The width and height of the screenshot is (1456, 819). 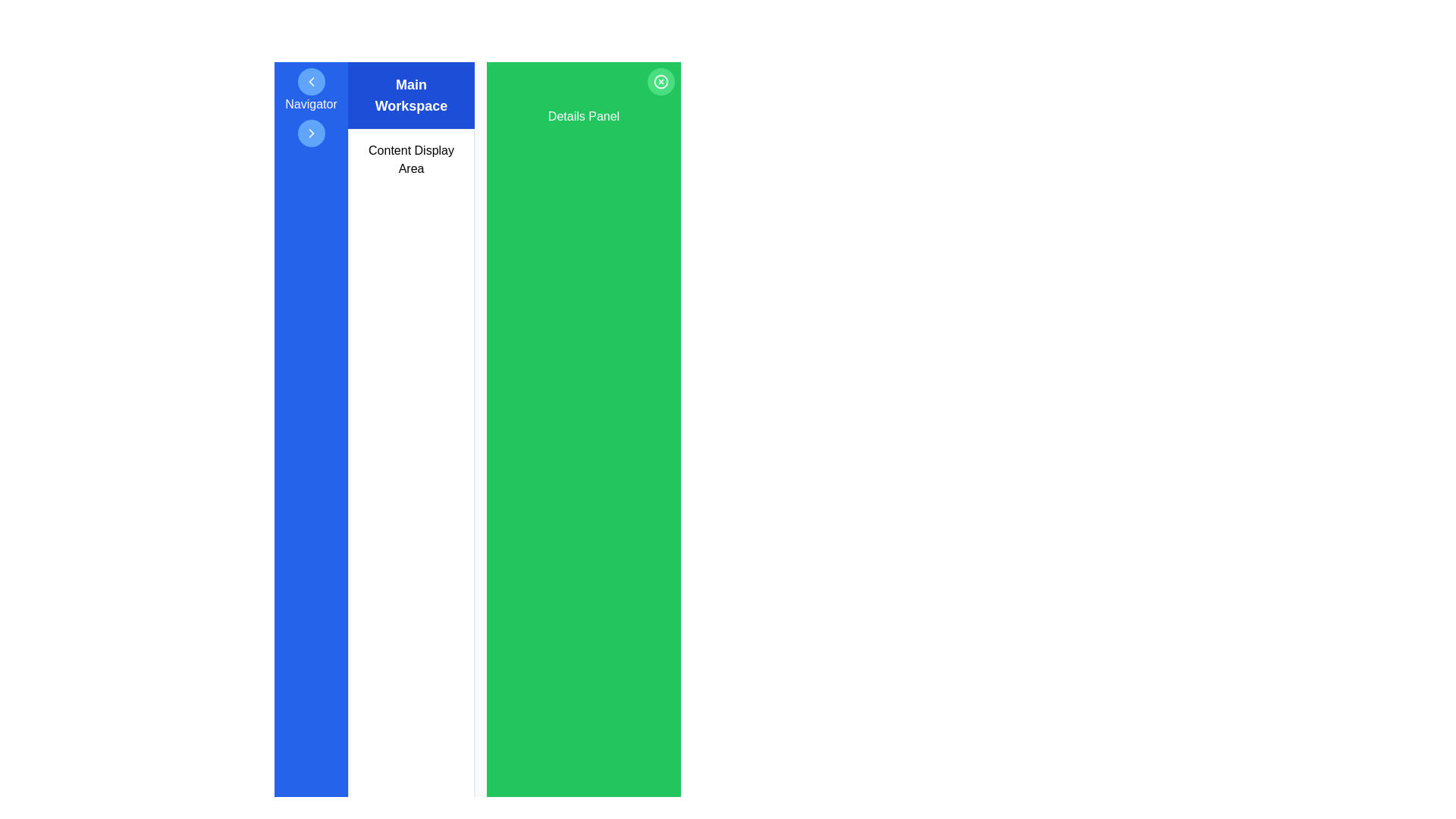 I want to click on the close button located in the top-right corner of the green 'Details Panel', so click(x=661, y=82).